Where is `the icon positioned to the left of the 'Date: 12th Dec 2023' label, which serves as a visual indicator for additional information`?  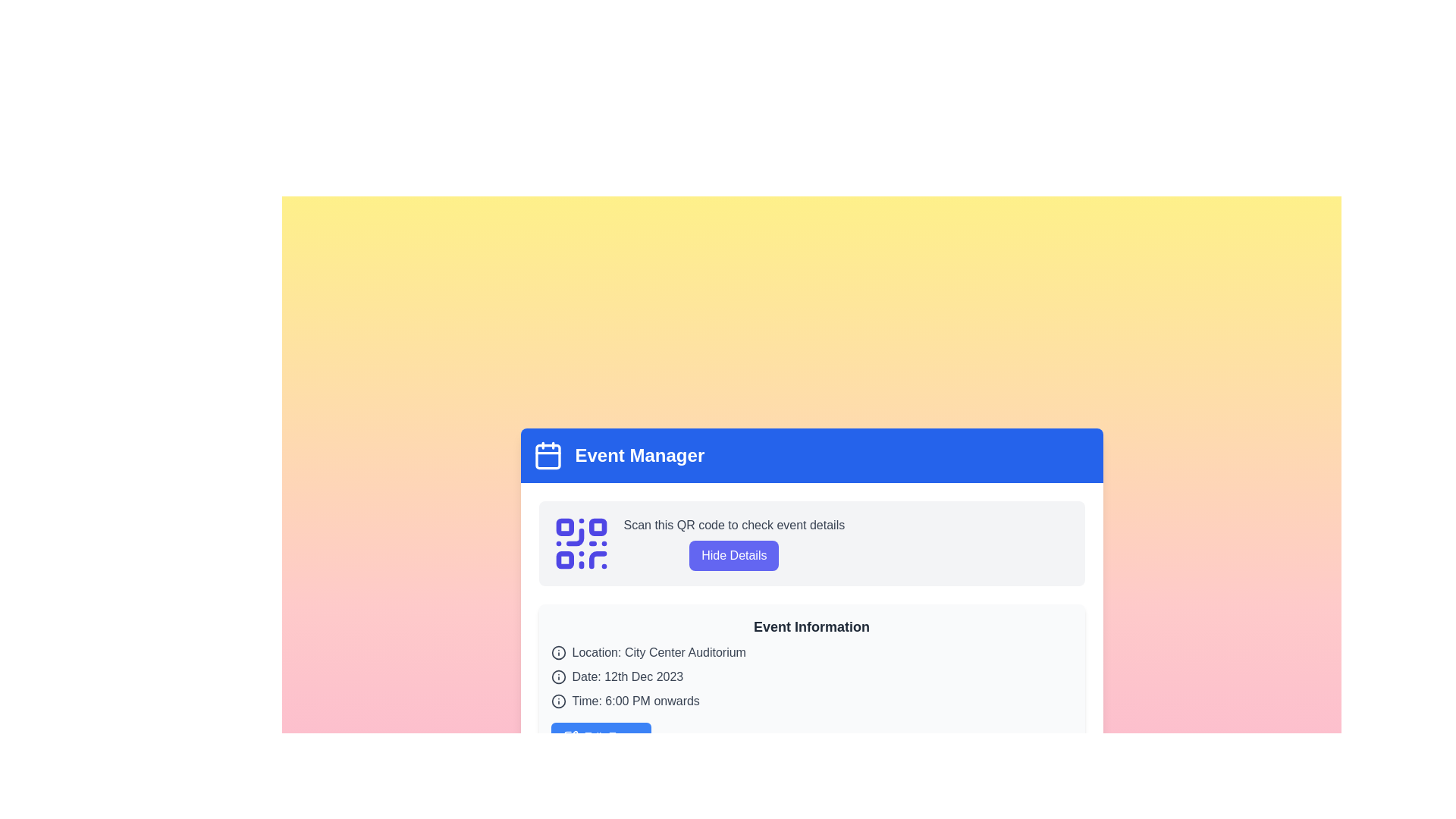
the icon positioned to the left of the 'Date: 12th Dec 2023' label, which serves as a visual indicator for additional information is located at coordinates (557, 676).